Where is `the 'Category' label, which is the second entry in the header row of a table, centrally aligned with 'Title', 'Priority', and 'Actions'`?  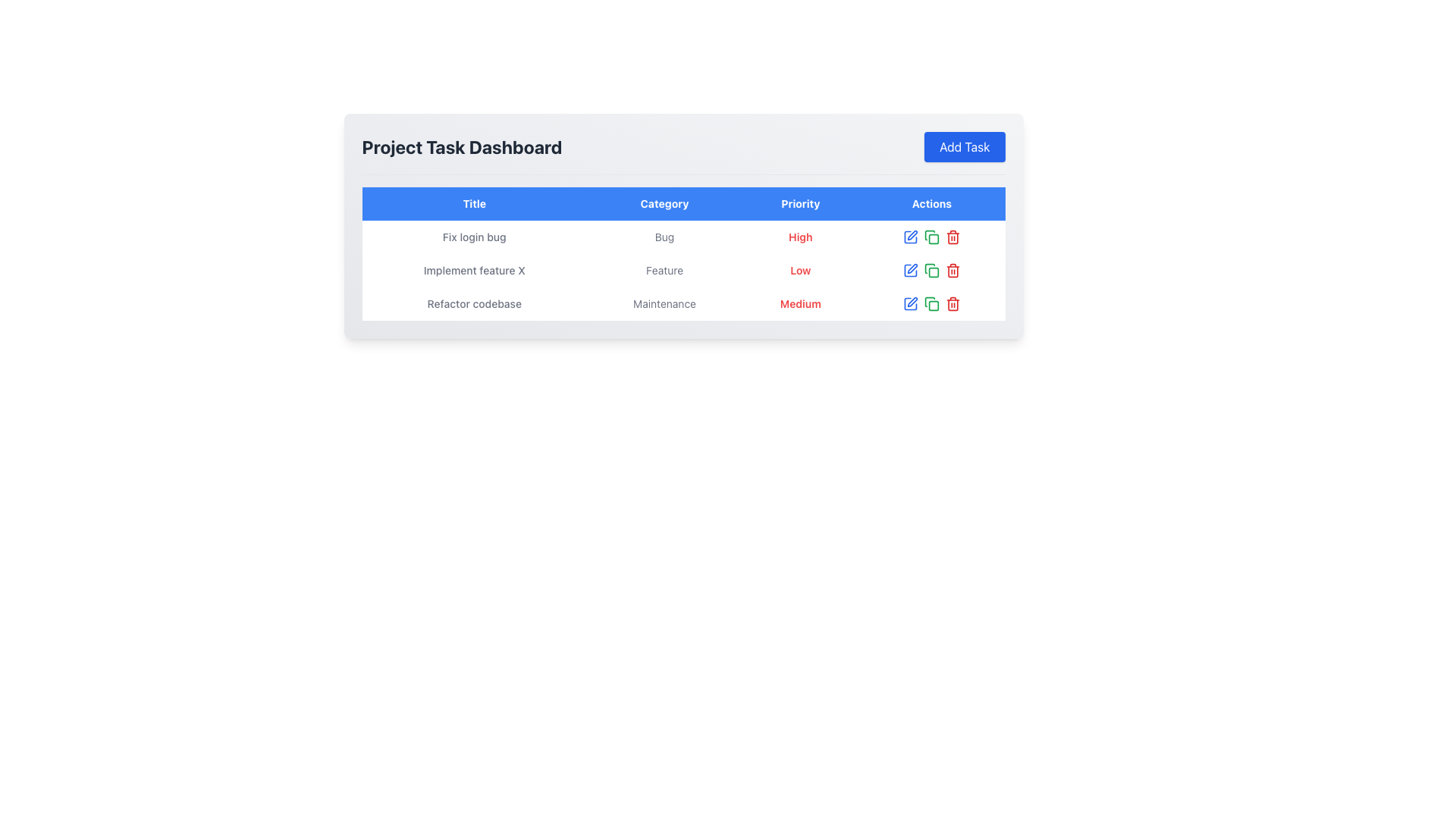 the 'Category' label, which is the second entry in the header row of a table, centrally aligned with 'Title', 'Priority', and 'Actions' is located at coordinates (664, 203).